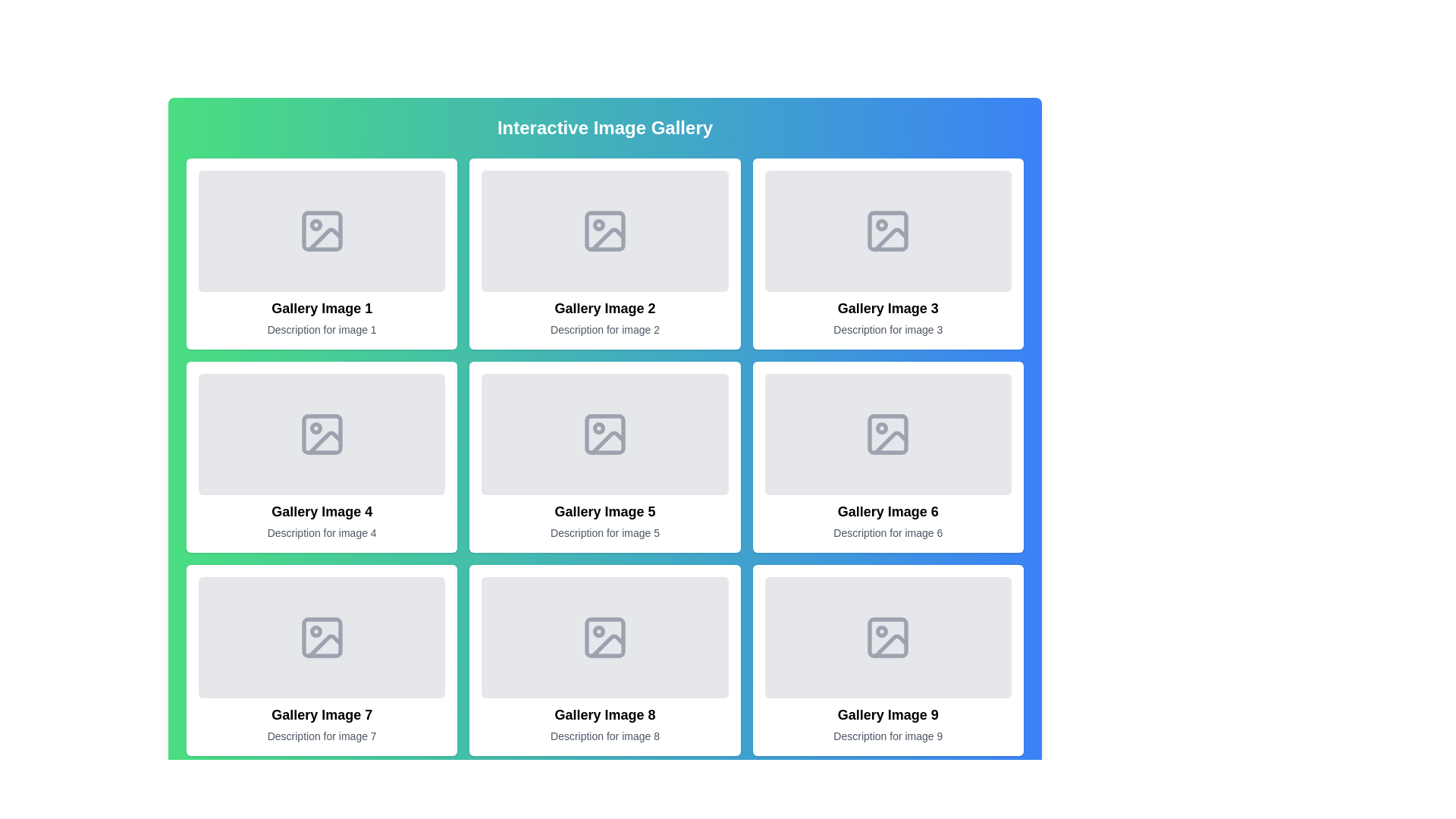 The height and width of the screenshot is (819, 1456). Describe the element at coordinates (888, 435) in the screenshot. I see `the Image Placeholder in the middle column of the gallery grid layout, which is associated with 'Gallery Image 6' and has the description 'Description for image 6'` at that location.